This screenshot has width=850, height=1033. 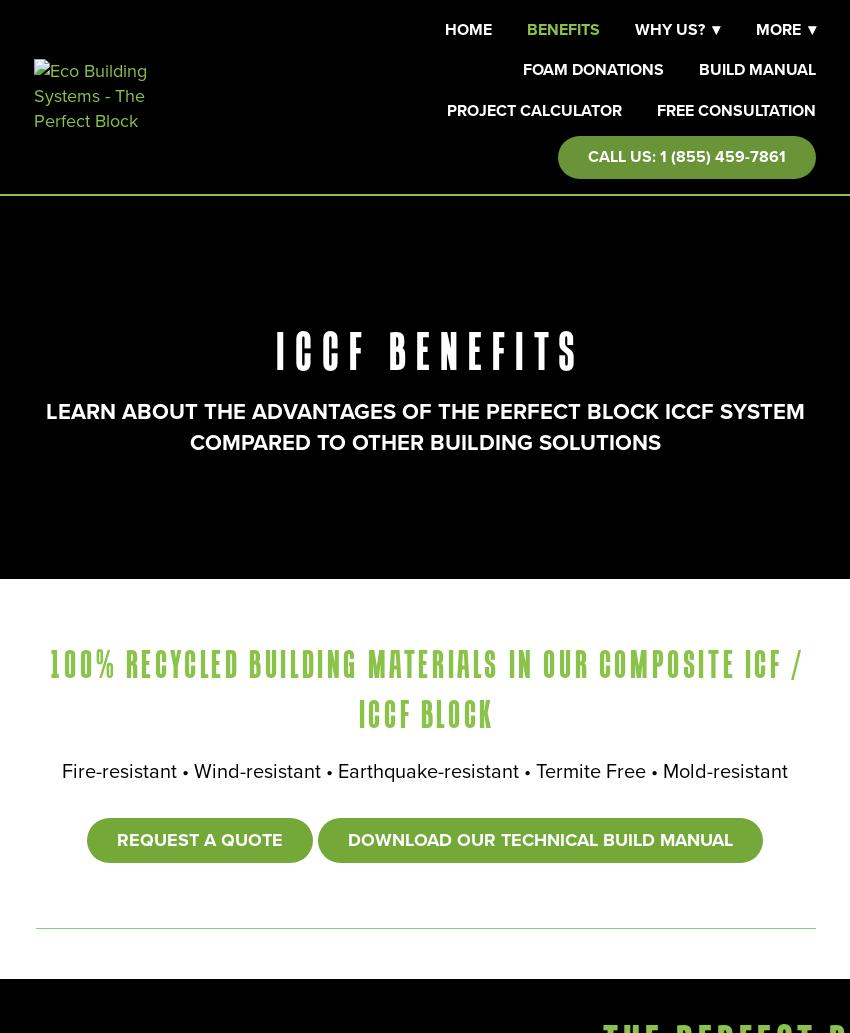 What do you see at coordinates (563, 29) in the screenshot?
I see `'Benefits'` at bounding box center [563, 29].